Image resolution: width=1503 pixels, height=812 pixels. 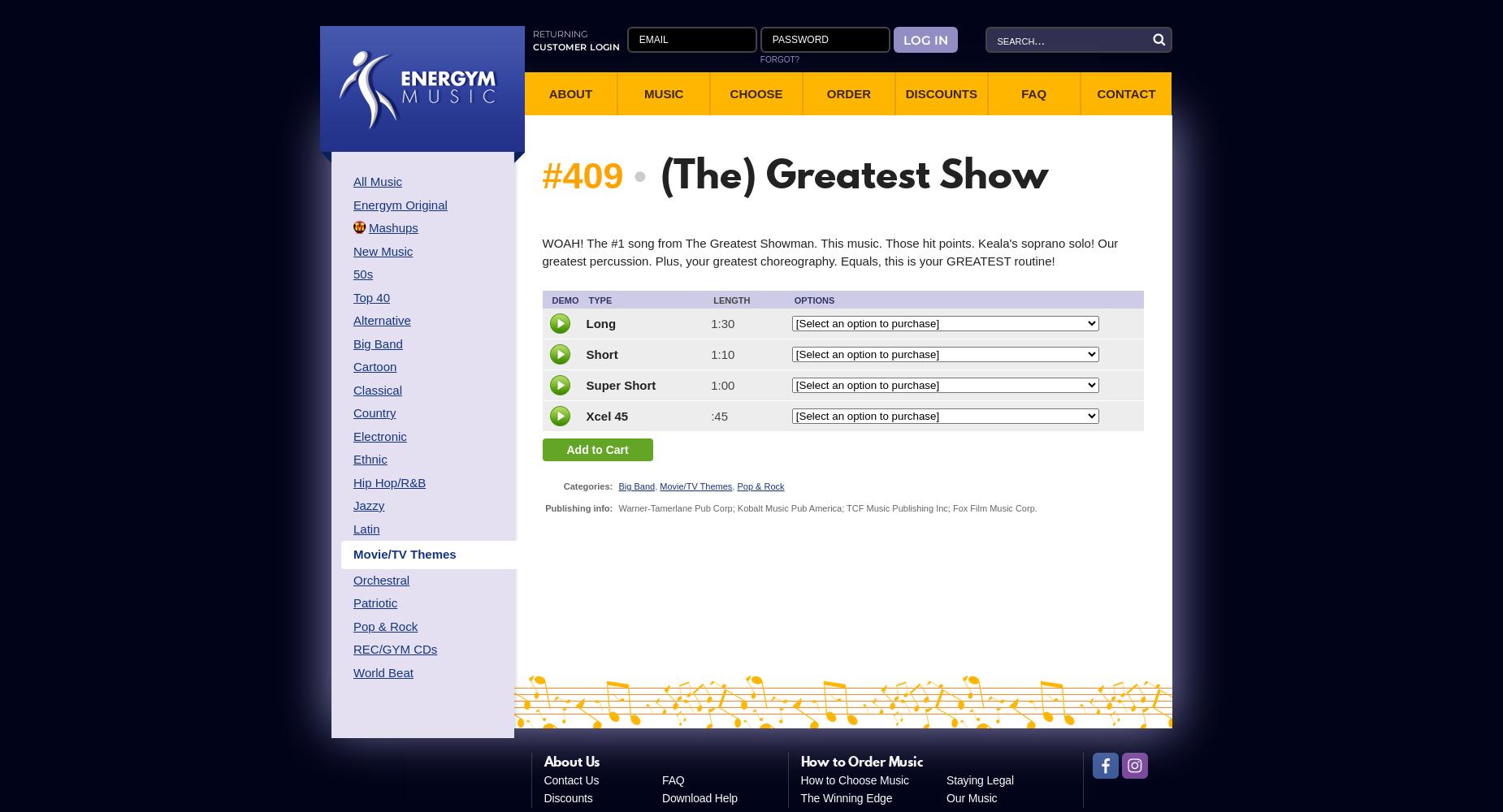 What do you see at coordinates (379, 435) in the screenshot?
I see `'Electronic'` at bounding box center [379, 435].